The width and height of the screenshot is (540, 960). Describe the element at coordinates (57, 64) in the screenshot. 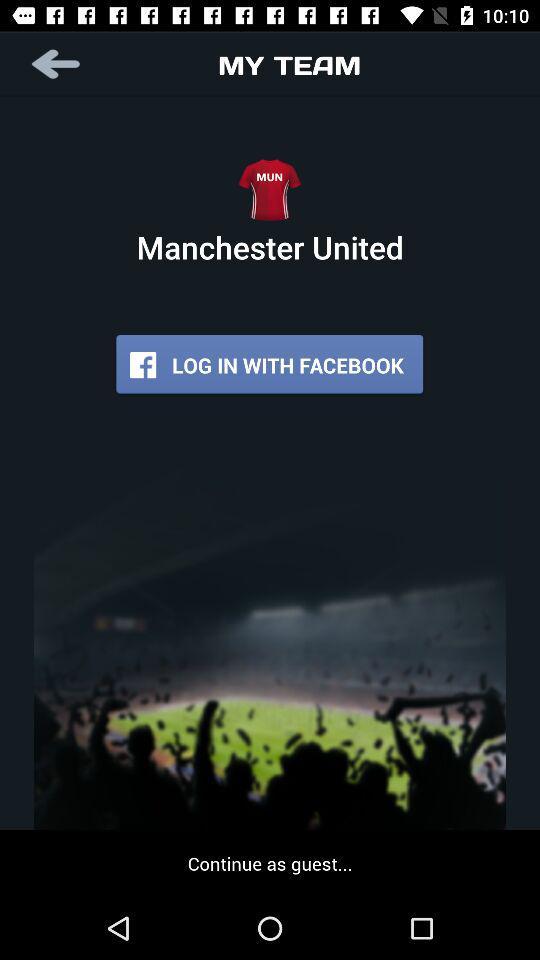

I see `button at the top left corner` at that location.